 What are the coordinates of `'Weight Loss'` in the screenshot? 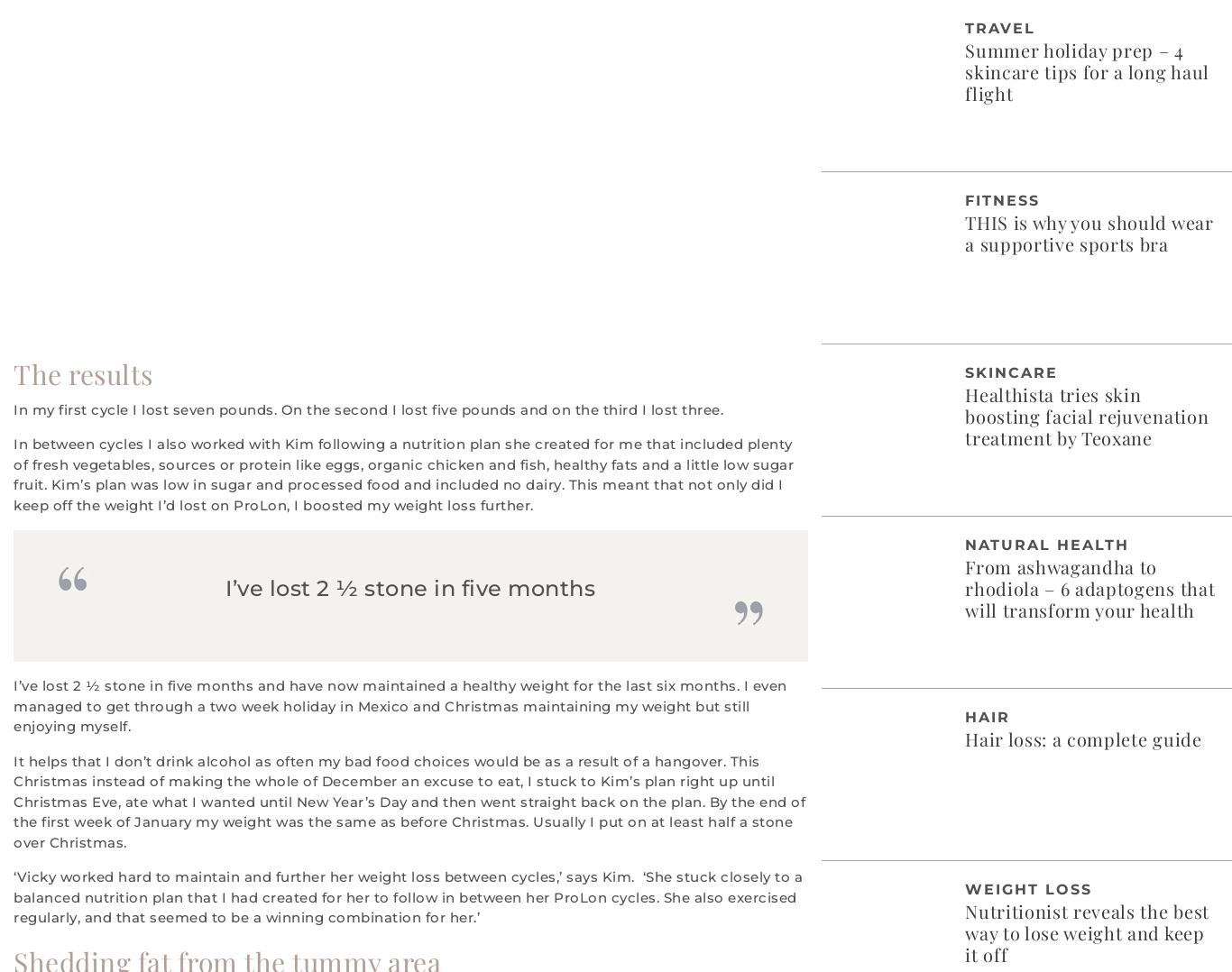 It's located at (1028, 888).